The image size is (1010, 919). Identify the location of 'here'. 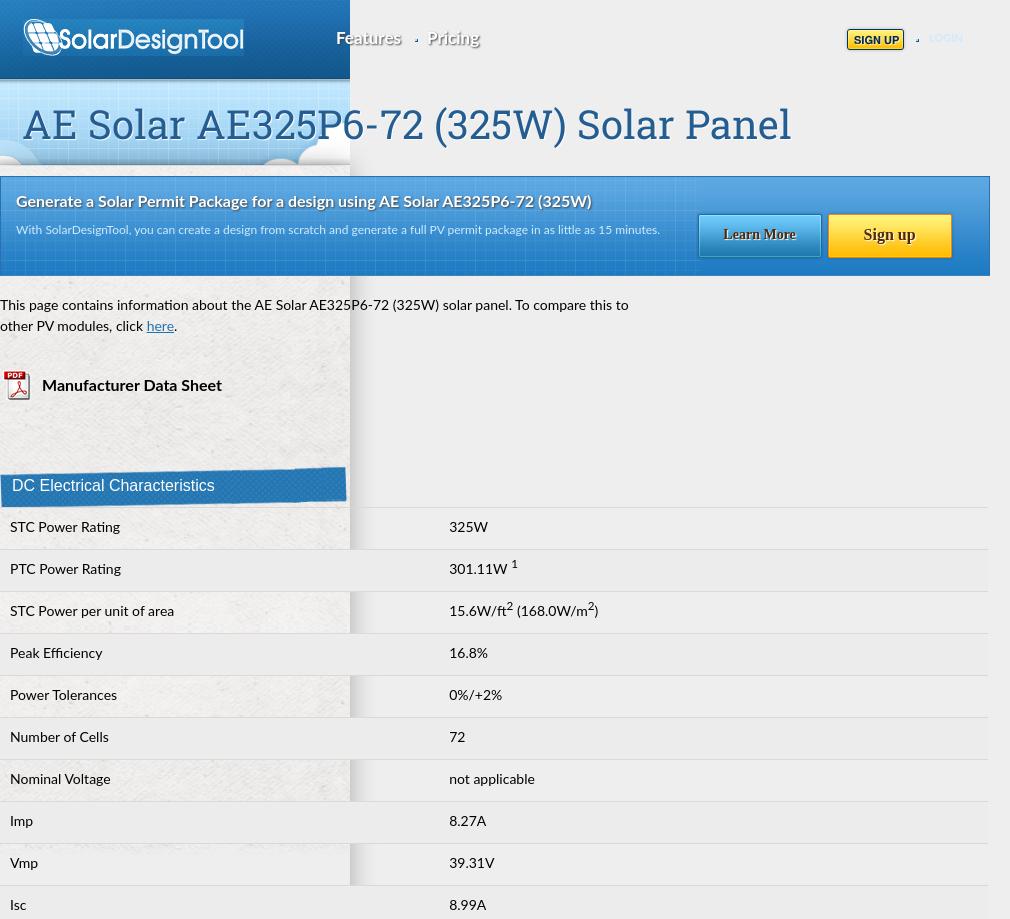
(158, 325).